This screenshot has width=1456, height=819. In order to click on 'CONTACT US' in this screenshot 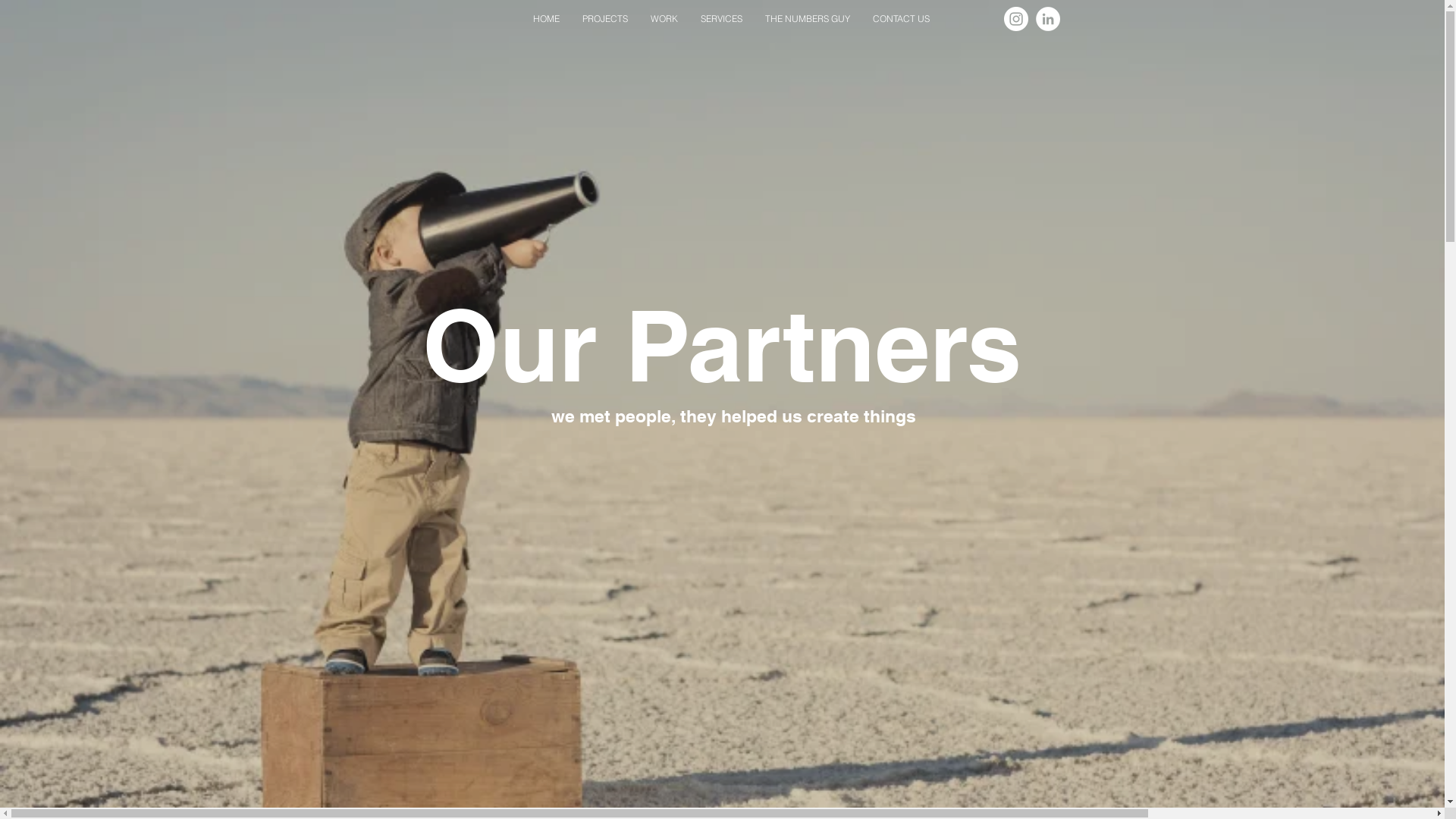, I will do `click(901, 18)`.